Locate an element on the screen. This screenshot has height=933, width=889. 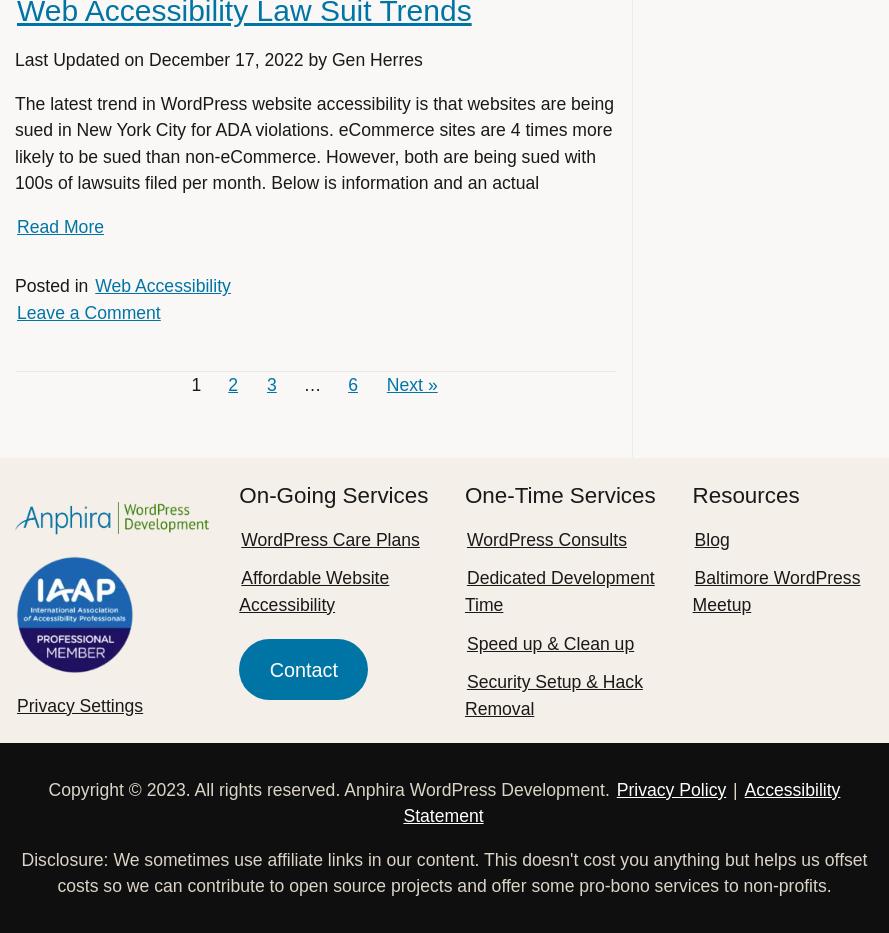
'Resources' is located at coordinates (744, 495).